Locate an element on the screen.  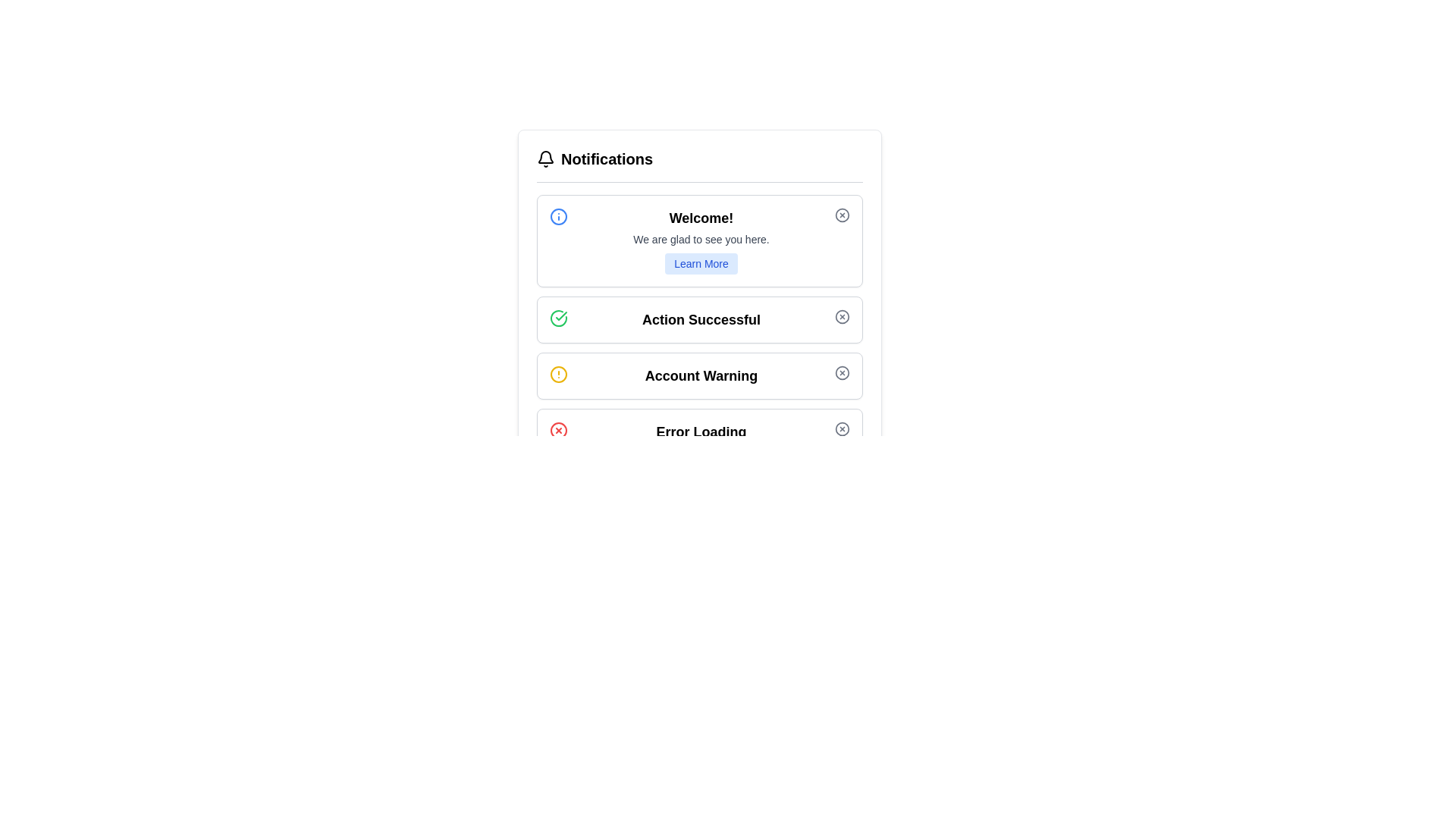
the error visually is located at coordinates (698, 432).